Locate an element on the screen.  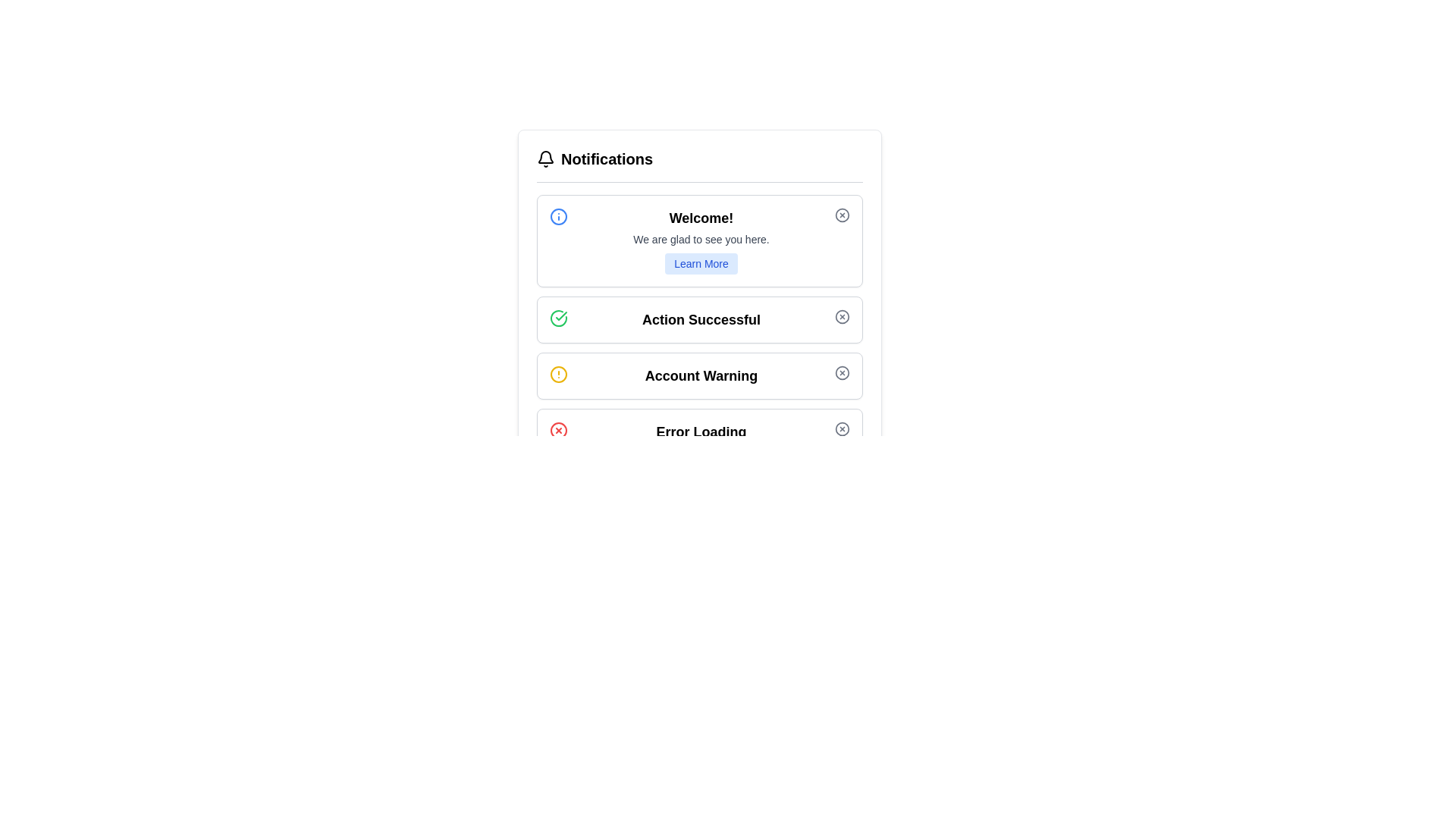
the error visually is located at coordinates (698, 432).